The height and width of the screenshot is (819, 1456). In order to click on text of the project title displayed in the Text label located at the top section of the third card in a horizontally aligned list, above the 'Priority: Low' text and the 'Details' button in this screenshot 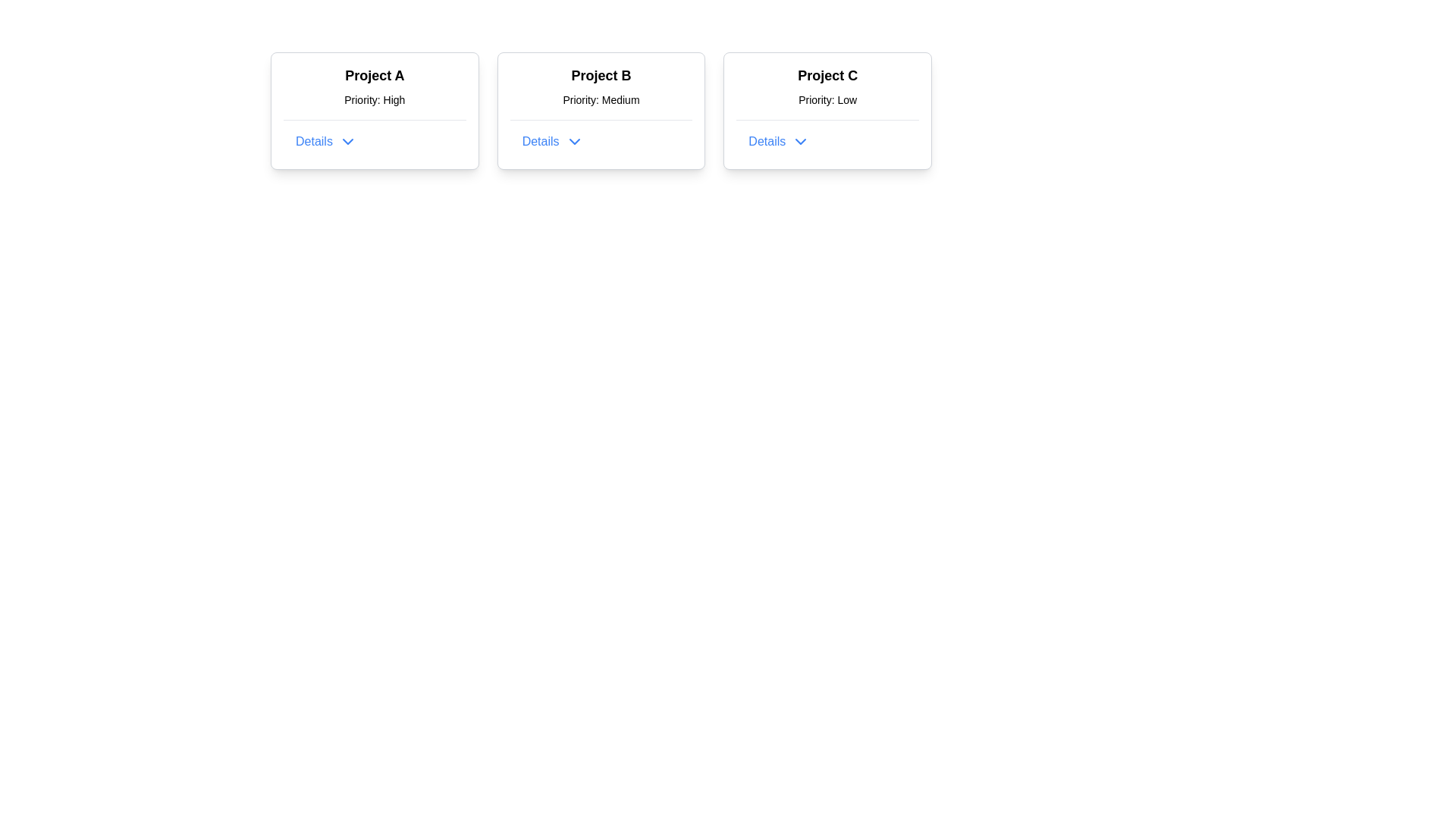, I will do `click(827, 76)`.